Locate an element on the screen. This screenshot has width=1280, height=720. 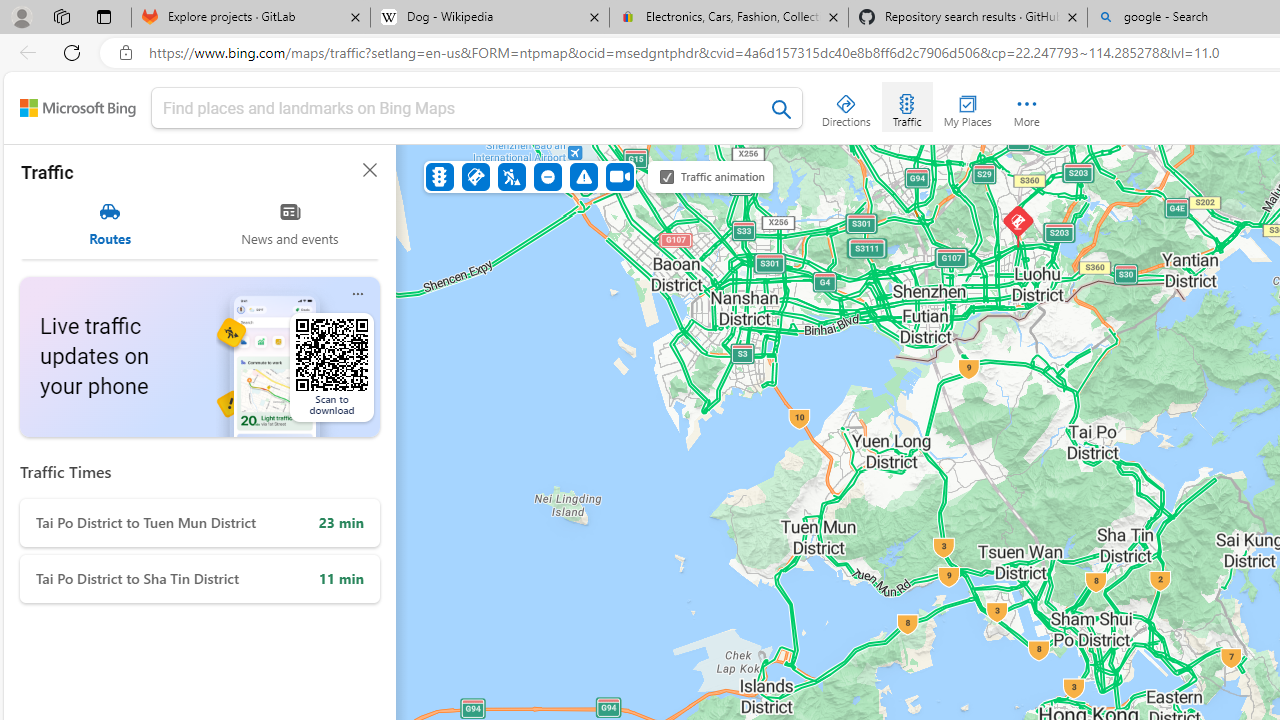
'Accidents' is located at coordinates (475, 175).